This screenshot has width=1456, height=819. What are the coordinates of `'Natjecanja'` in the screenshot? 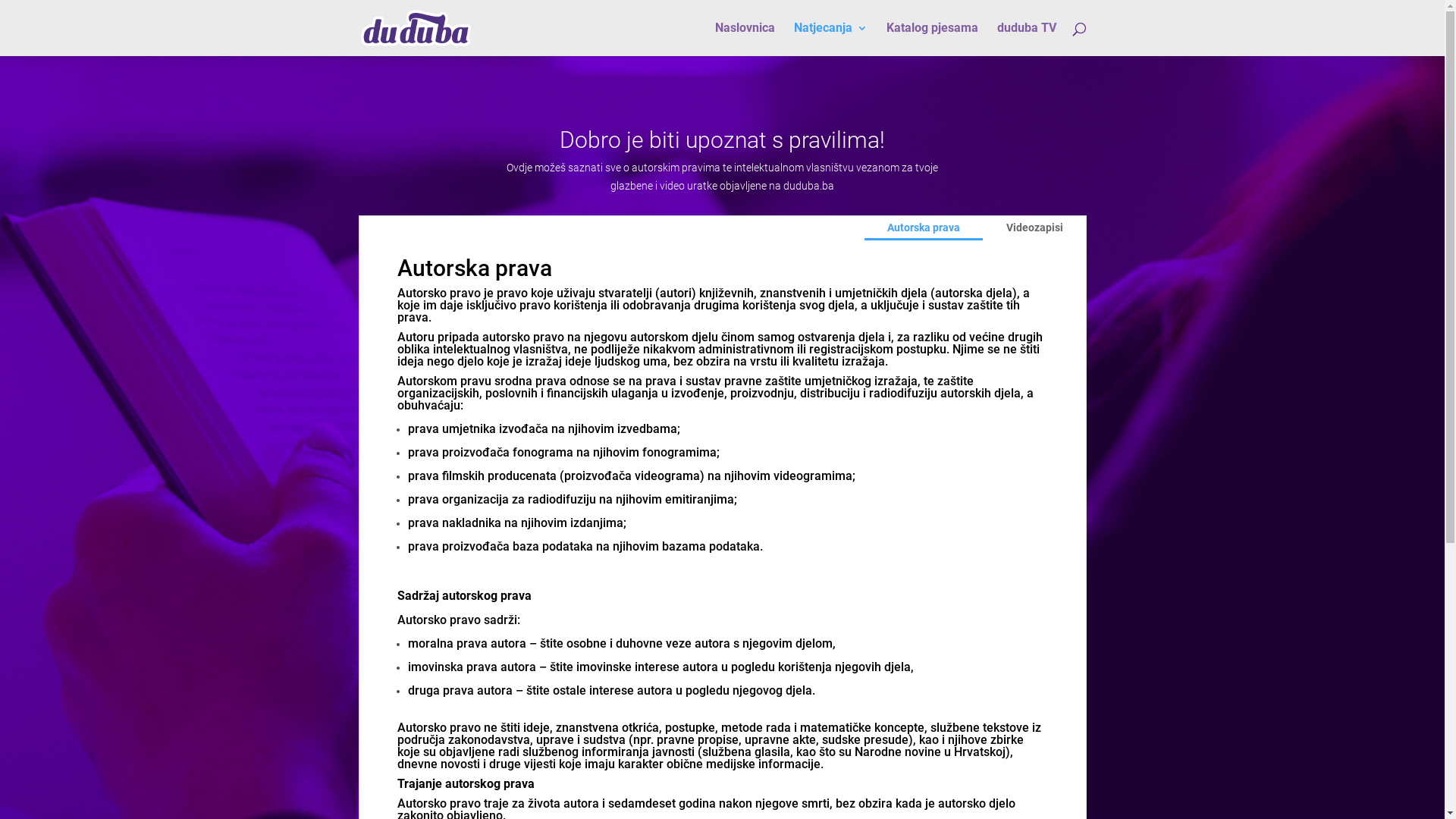 It's located at (792, 38).